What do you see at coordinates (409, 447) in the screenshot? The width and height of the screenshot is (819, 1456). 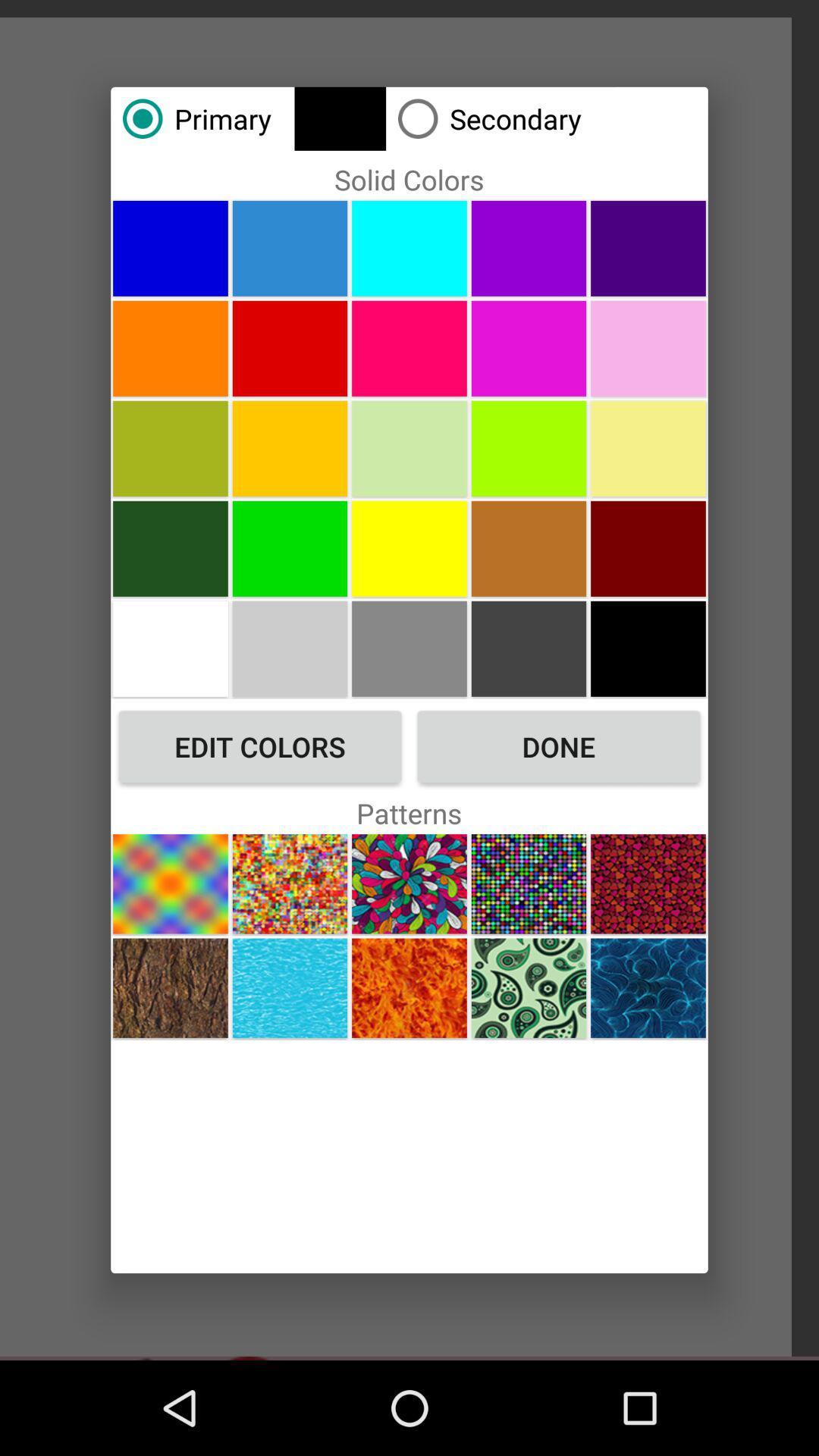 I see `choose mint green color` at bounding box center [409, 447].